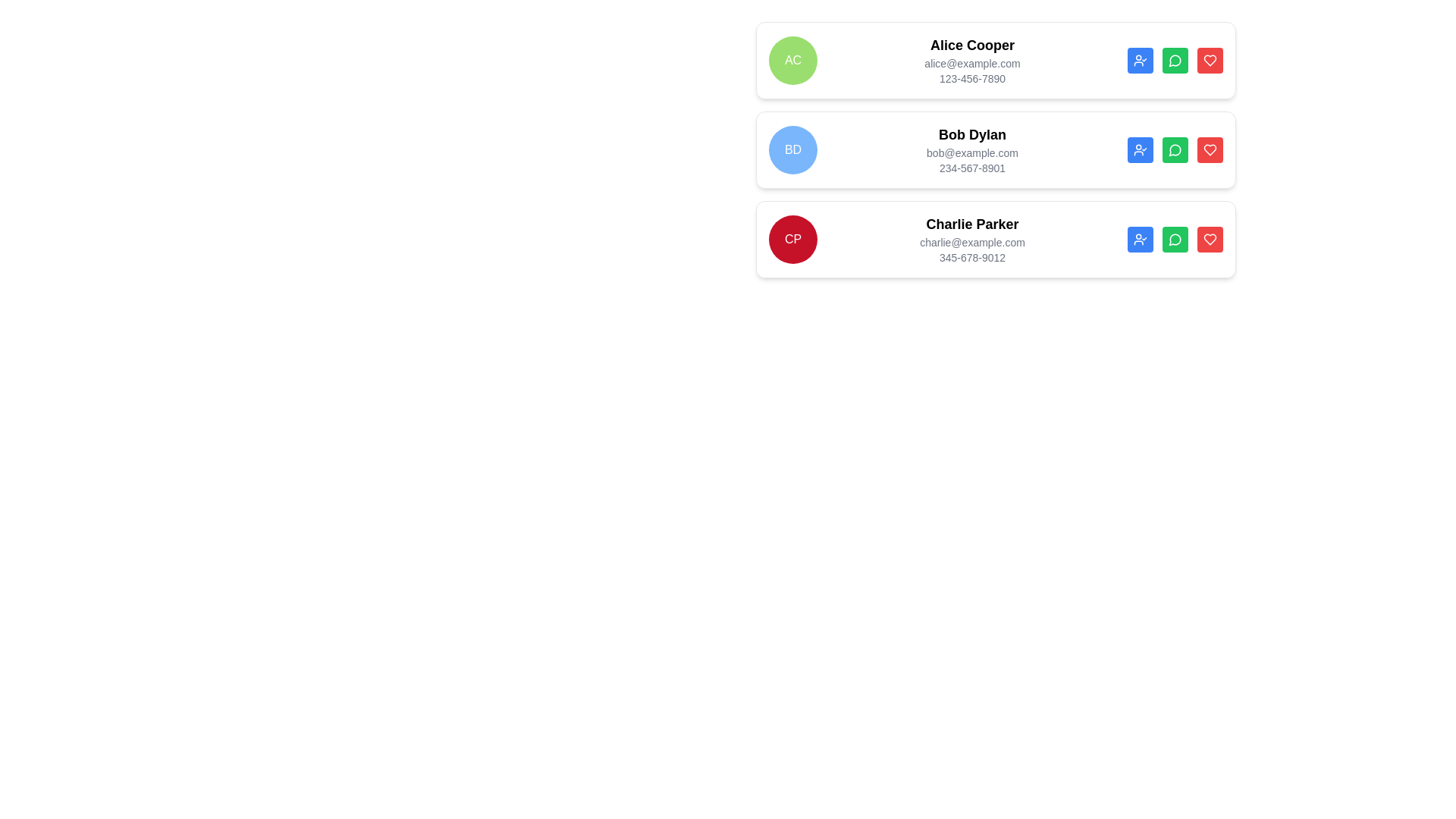 The width and height of the screenshot is (1456, 819). What do you see at coordinates (1210, 149) in the screenshot?
I see `the heart-shaped icon inside the red button` at bounding box center [1210, 149].